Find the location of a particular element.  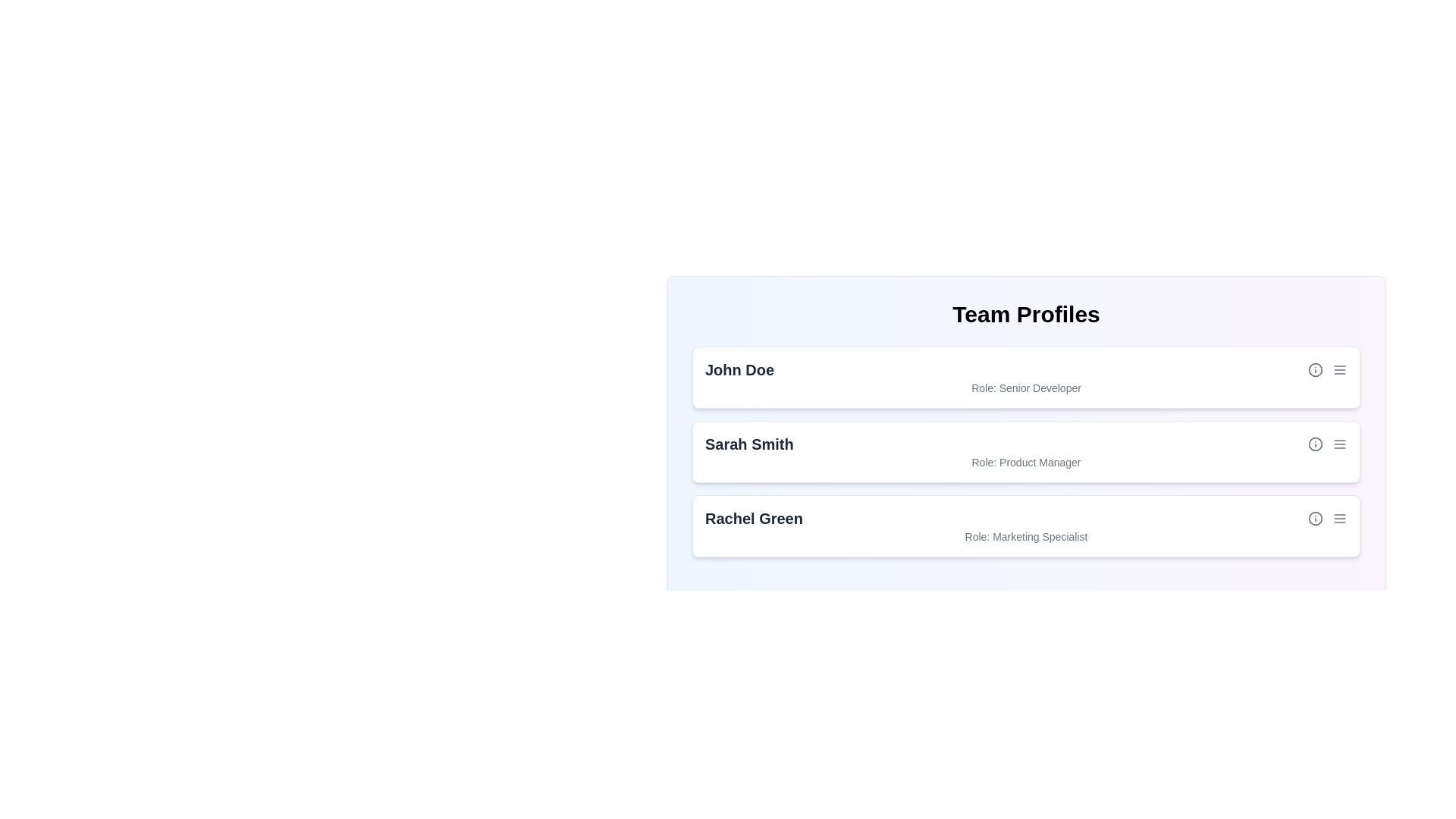

the 'Team Profiles' heading, which is a bold text element styled prominently at the top of the team profiles panel is located at coordinates (1026, 314).